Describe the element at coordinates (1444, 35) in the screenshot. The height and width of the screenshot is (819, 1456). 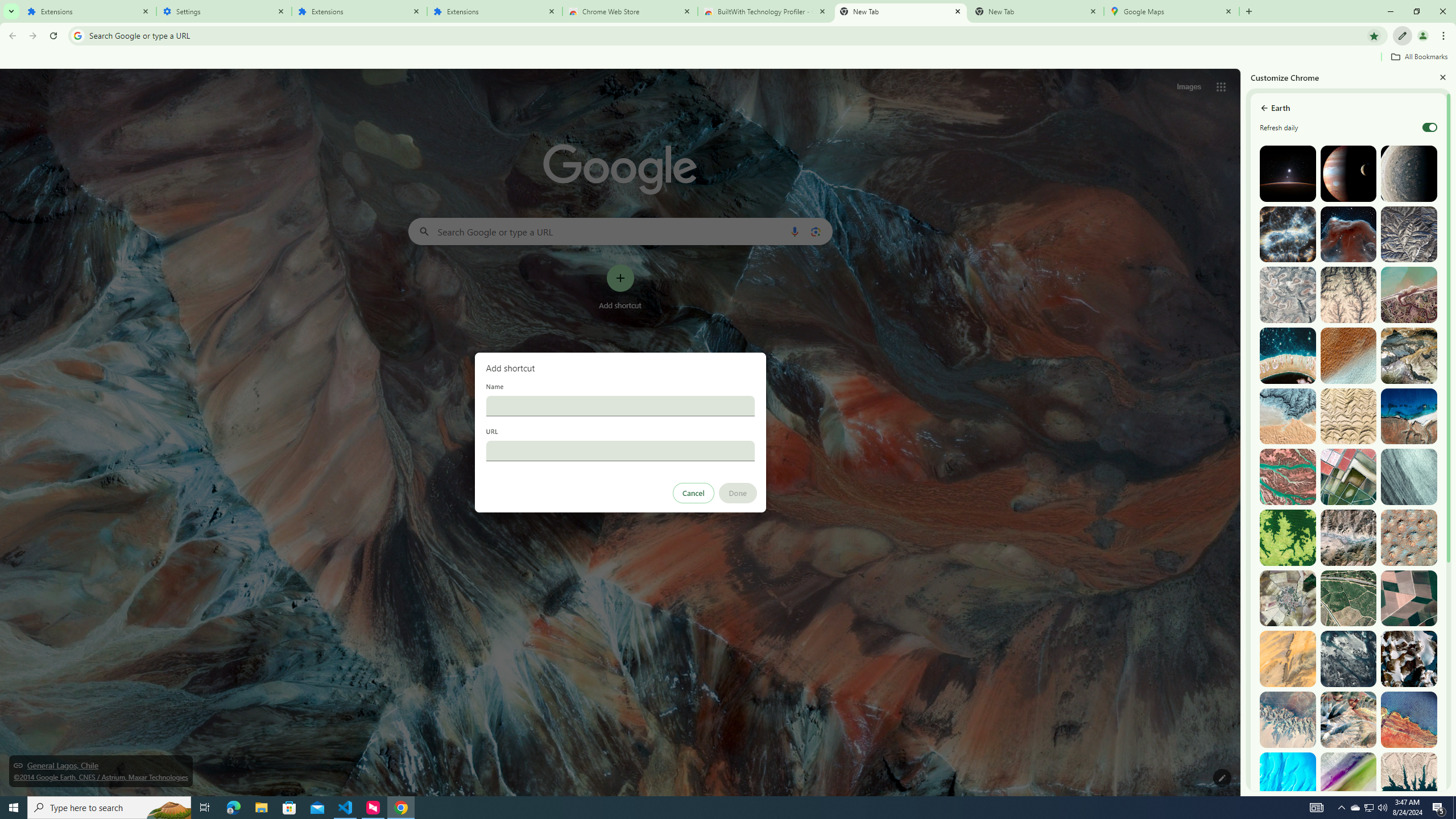
I see `'Chrome'` at that location.